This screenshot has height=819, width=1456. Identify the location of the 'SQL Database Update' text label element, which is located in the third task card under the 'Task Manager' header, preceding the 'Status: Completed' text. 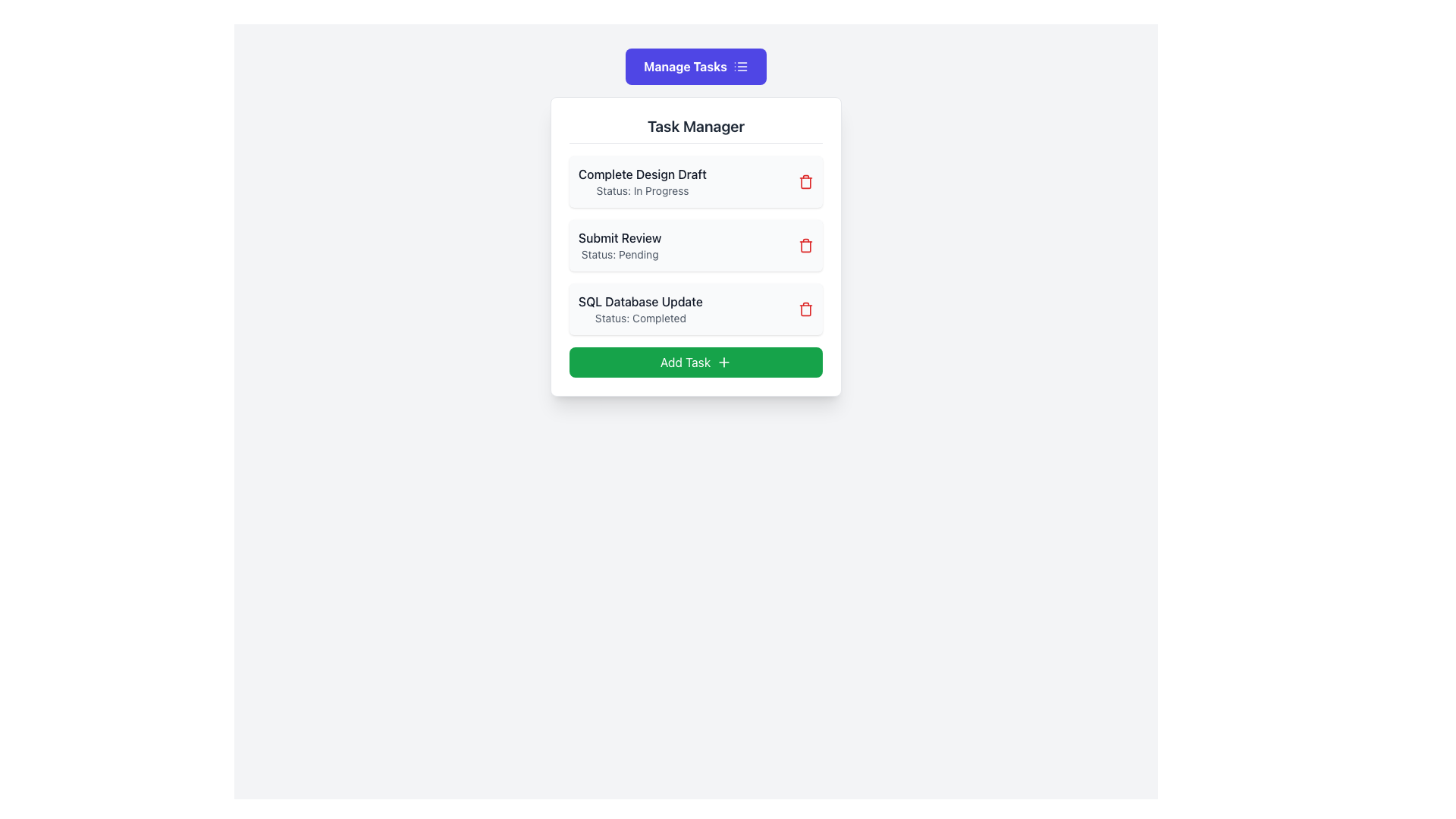
(640, 301).